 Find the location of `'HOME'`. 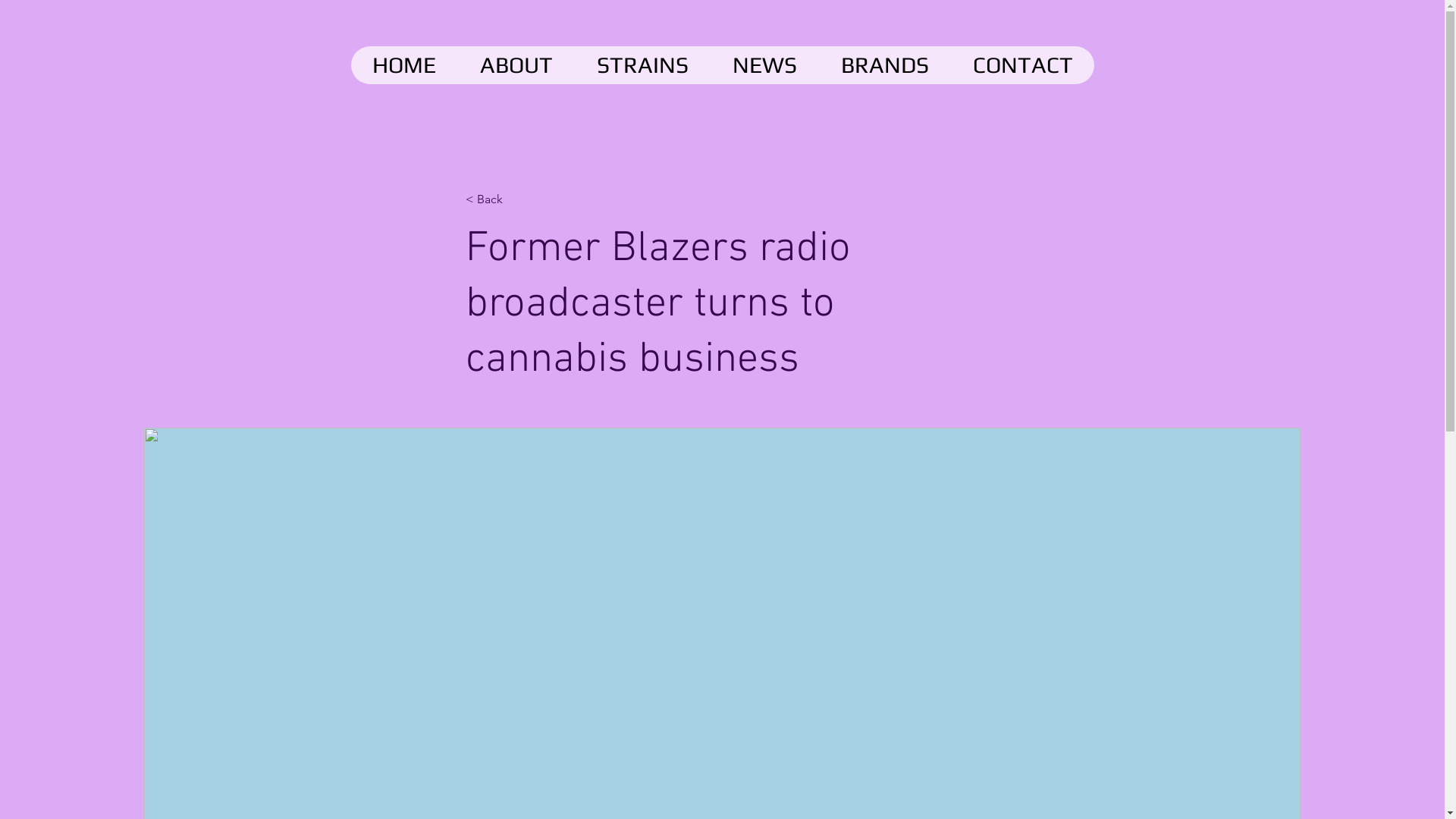

'HOME' is located at coordinates (403, 64).